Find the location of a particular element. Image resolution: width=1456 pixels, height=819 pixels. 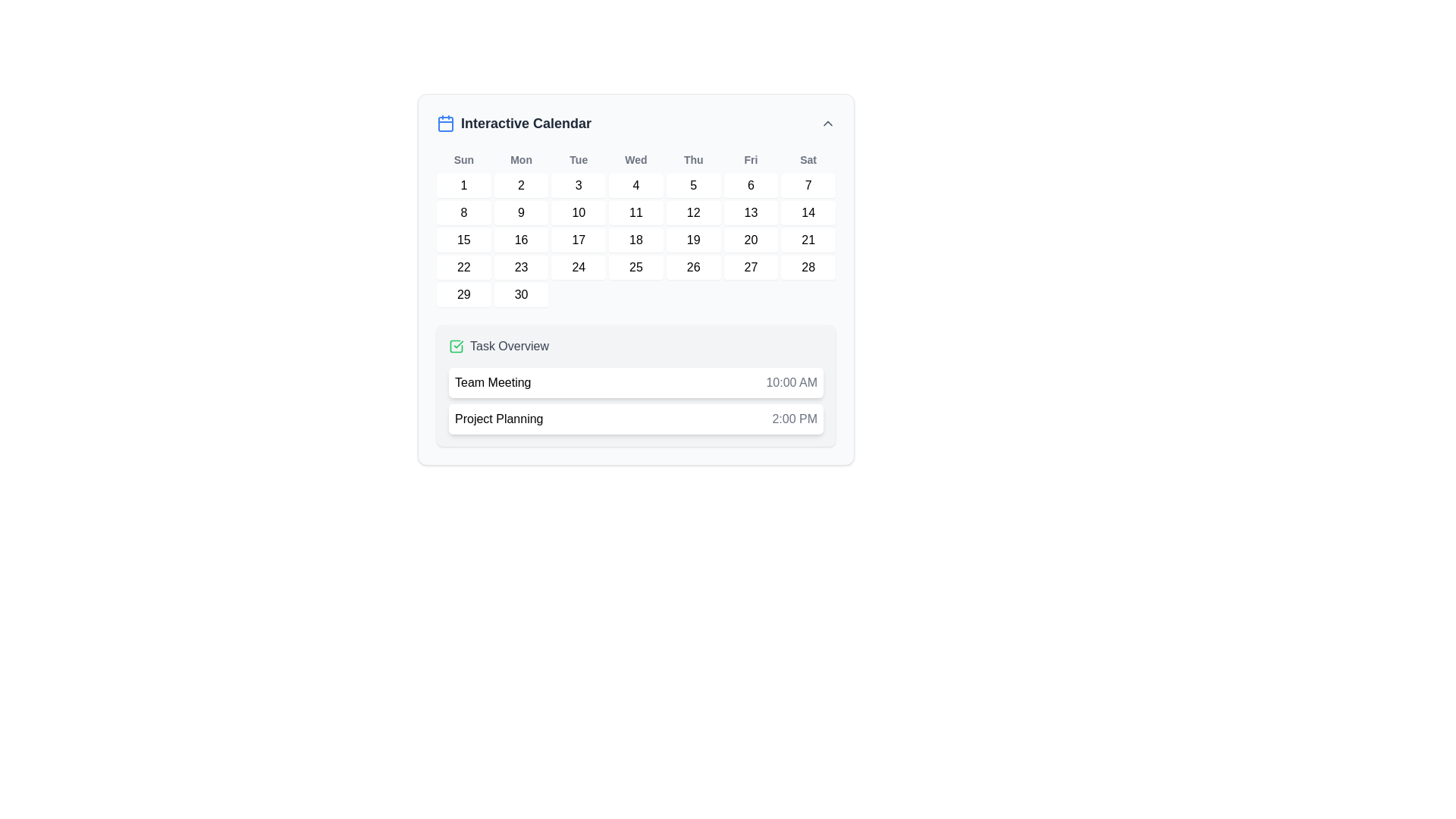

the bold gray text element displaying 'Mon', which is the second day in a row of days of the week in a calendar view is located at coordinates (521, 160).